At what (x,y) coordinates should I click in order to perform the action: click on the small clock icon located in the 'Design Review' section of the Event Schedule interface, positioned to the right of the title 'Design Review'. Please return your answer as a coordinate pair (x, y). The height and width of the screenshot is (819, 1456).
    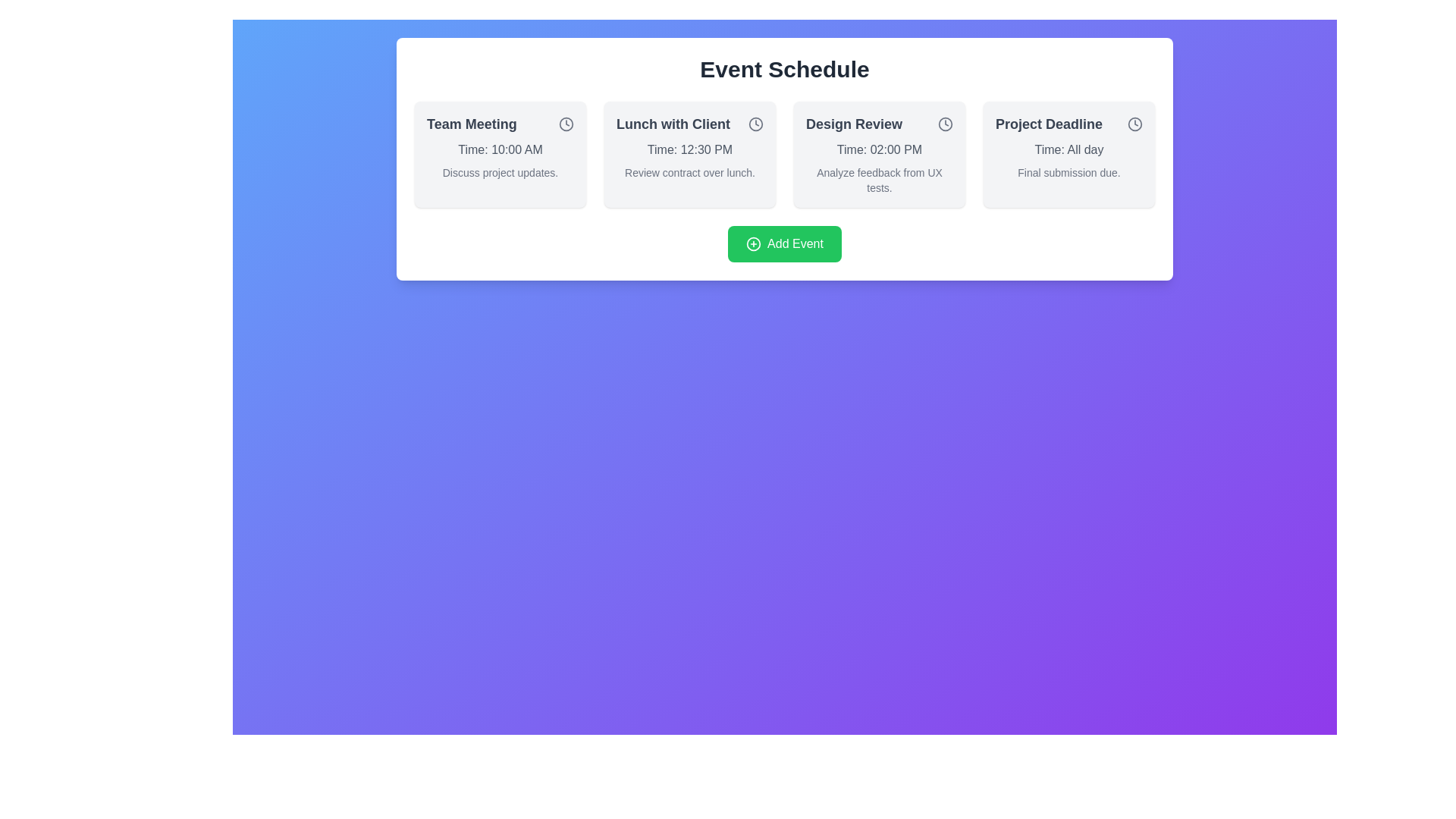
    Looking at the image, I should click on (945, 124).